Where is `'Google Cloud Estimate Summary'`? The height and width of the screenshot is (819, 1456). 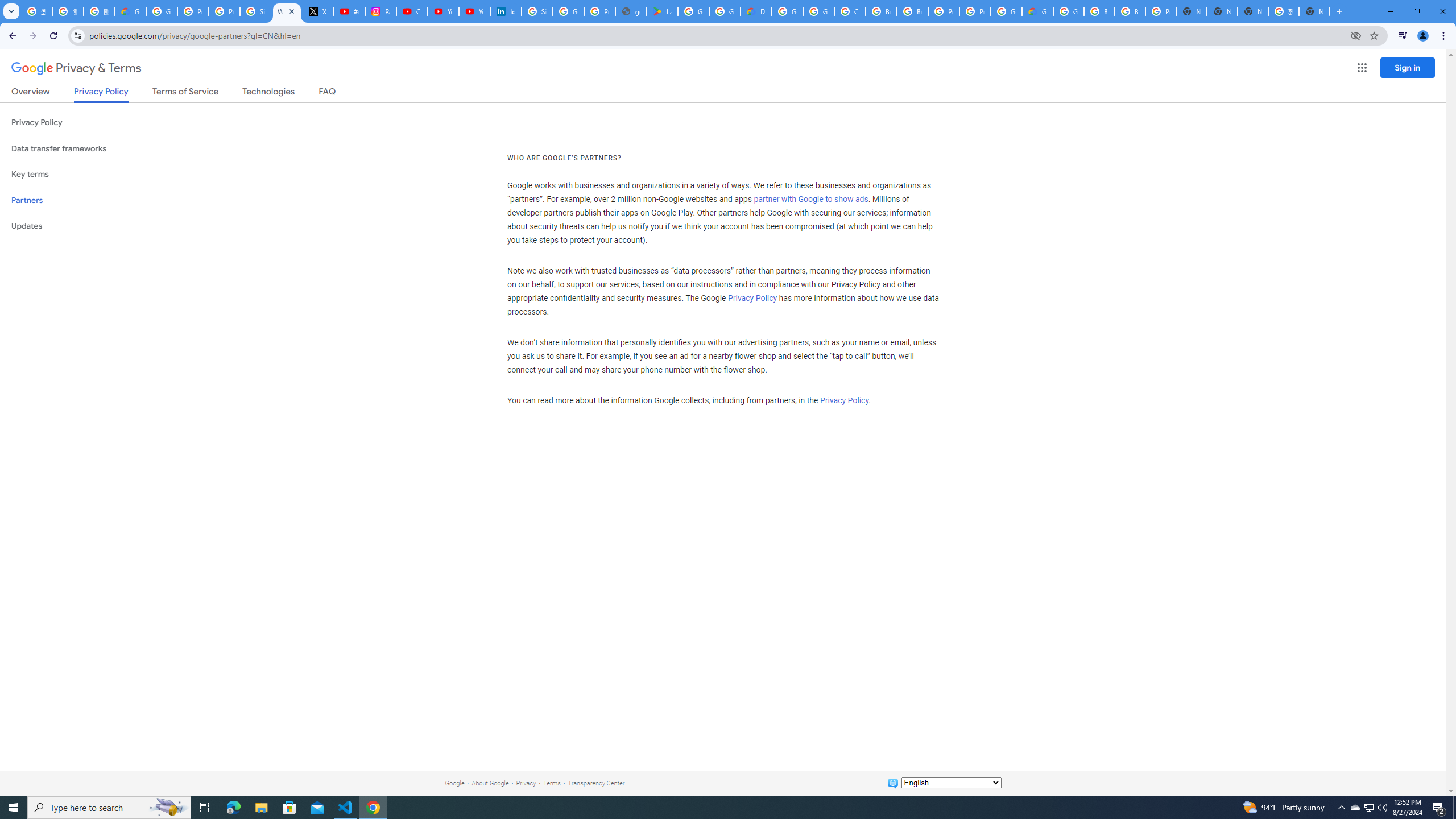
'Google Cloud Estimate Summary' is located at coordinates (1037, 11).